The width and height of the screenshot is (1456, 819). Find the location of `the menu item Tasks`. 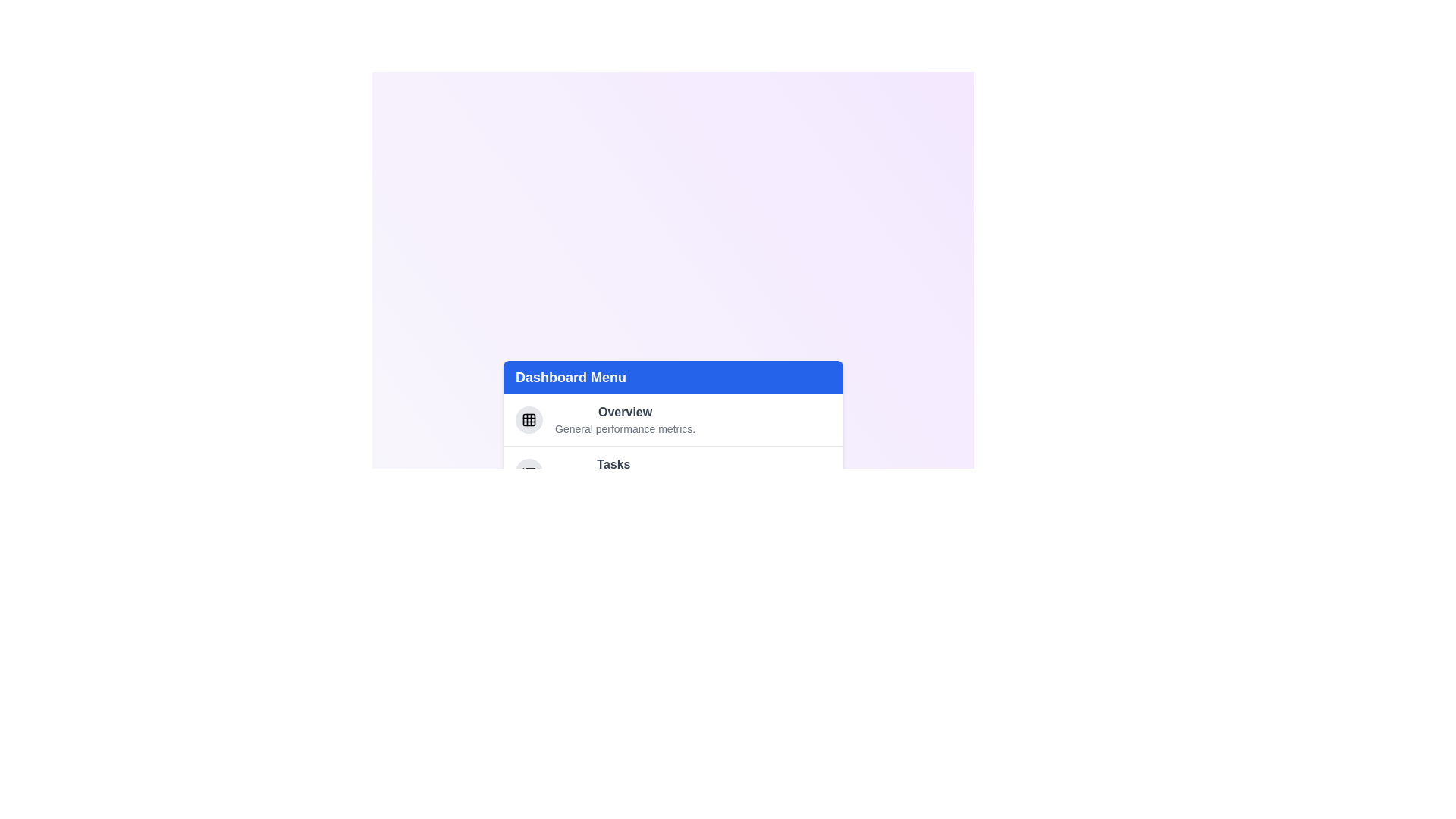

the menu item Tasks is located at coordinates (613, 463).